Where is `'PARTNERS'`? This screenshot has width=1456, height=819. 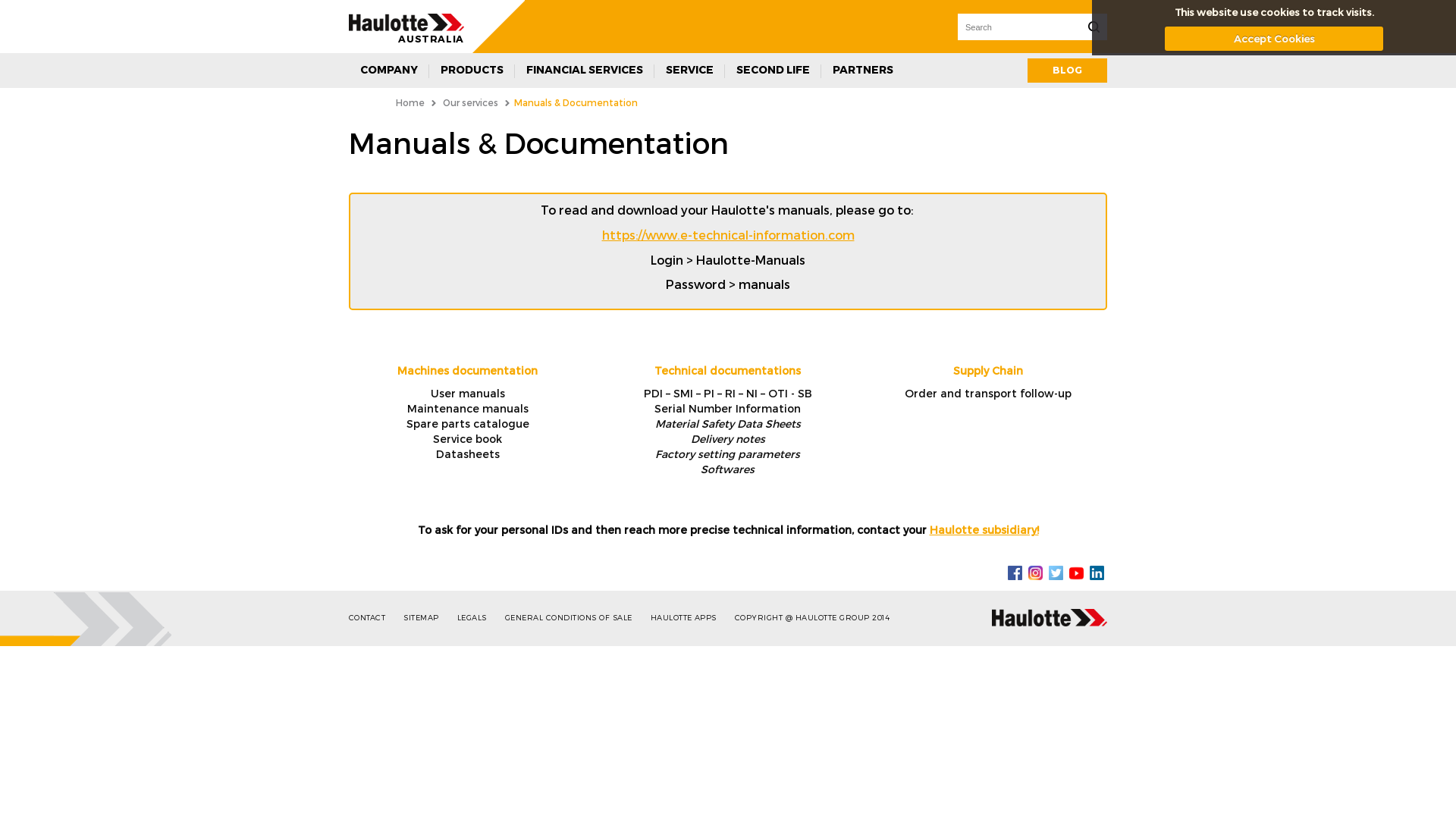
'PARTNERS' is located at coordinates (862, 70).